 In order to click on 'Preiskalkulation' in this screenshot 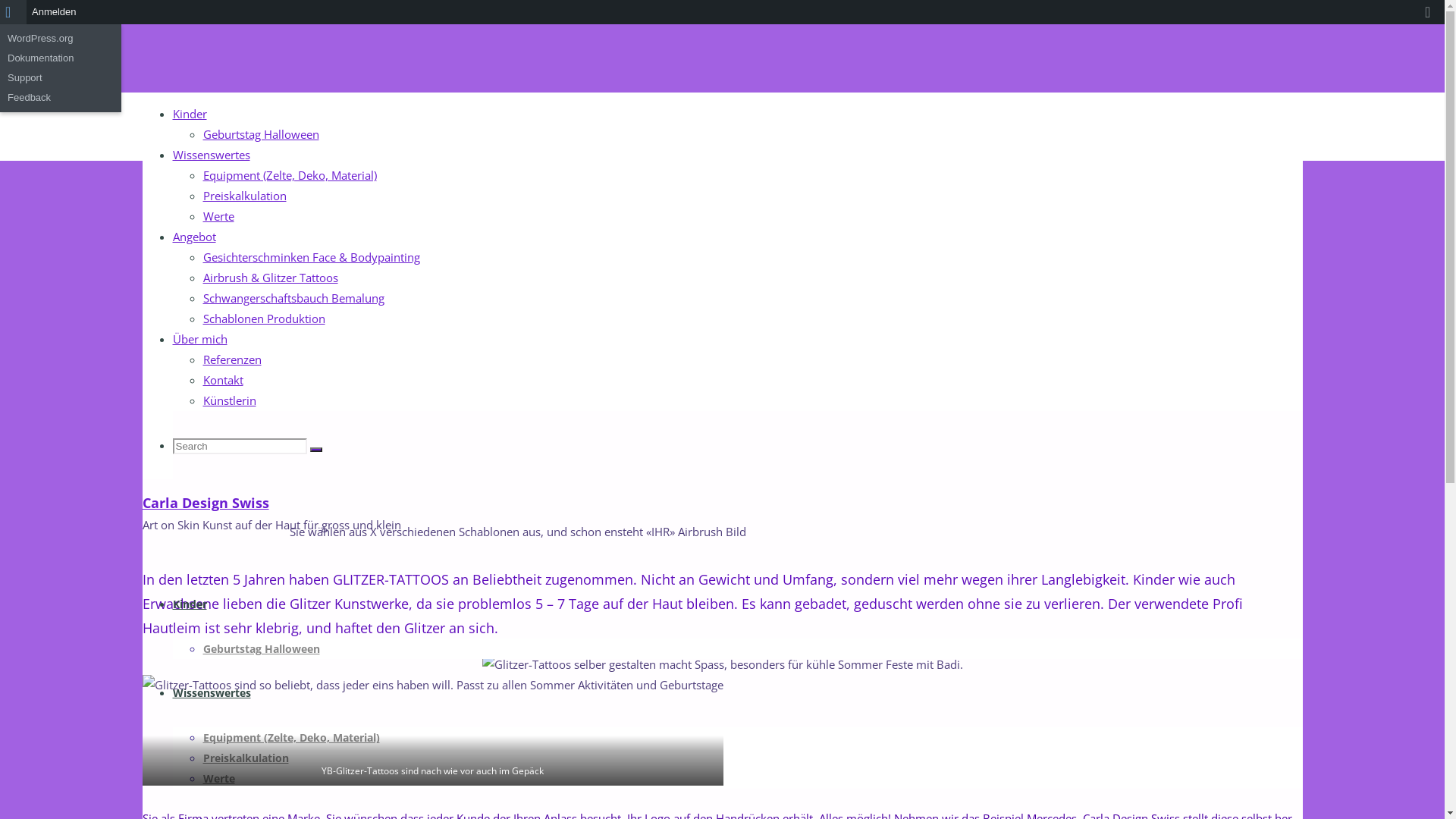, I will do `click(244, 195)`.